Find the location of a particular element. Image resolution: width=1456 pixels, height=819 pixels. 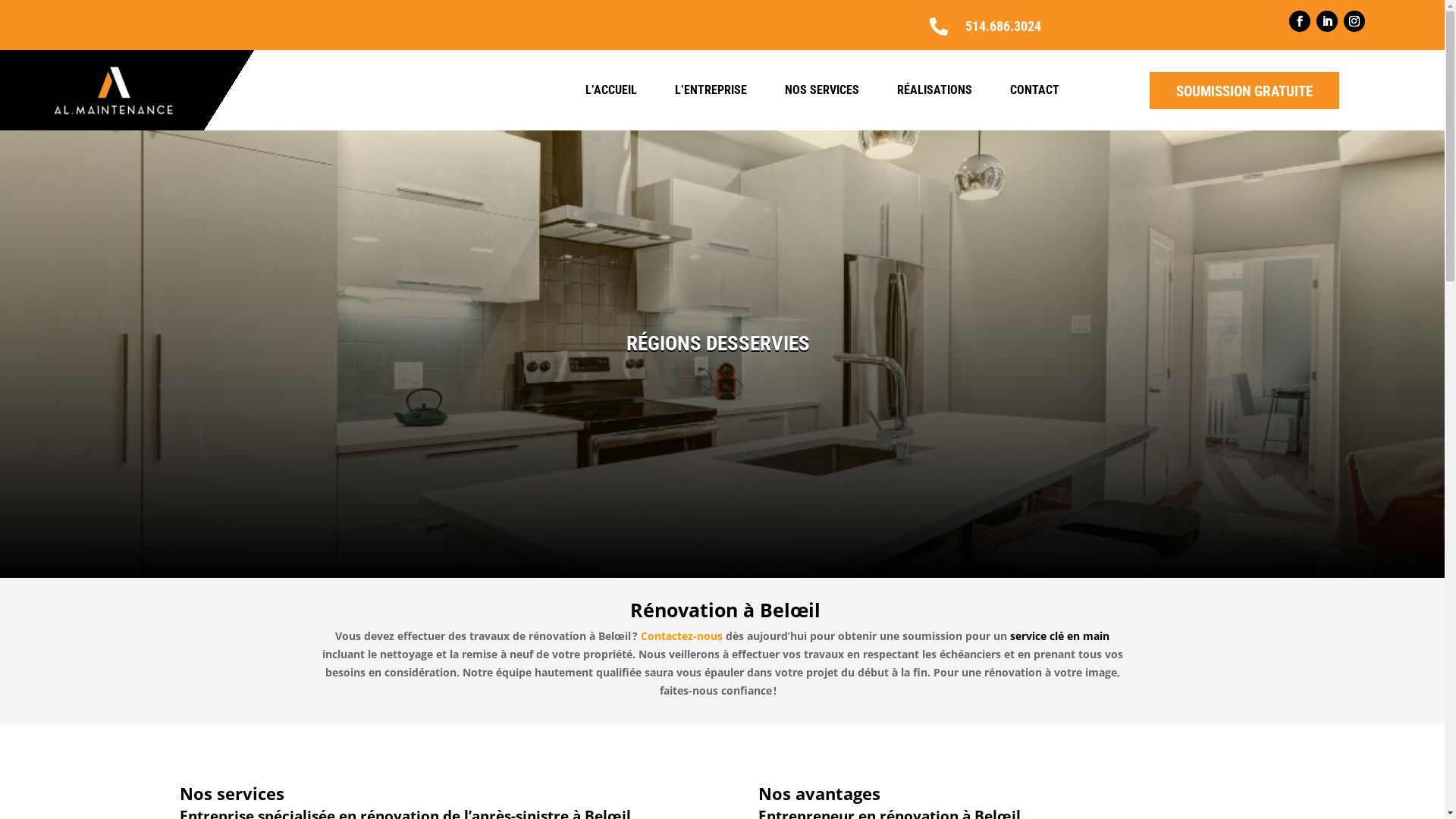

'NOS SERVICES' is located at coordinates (821, 90).